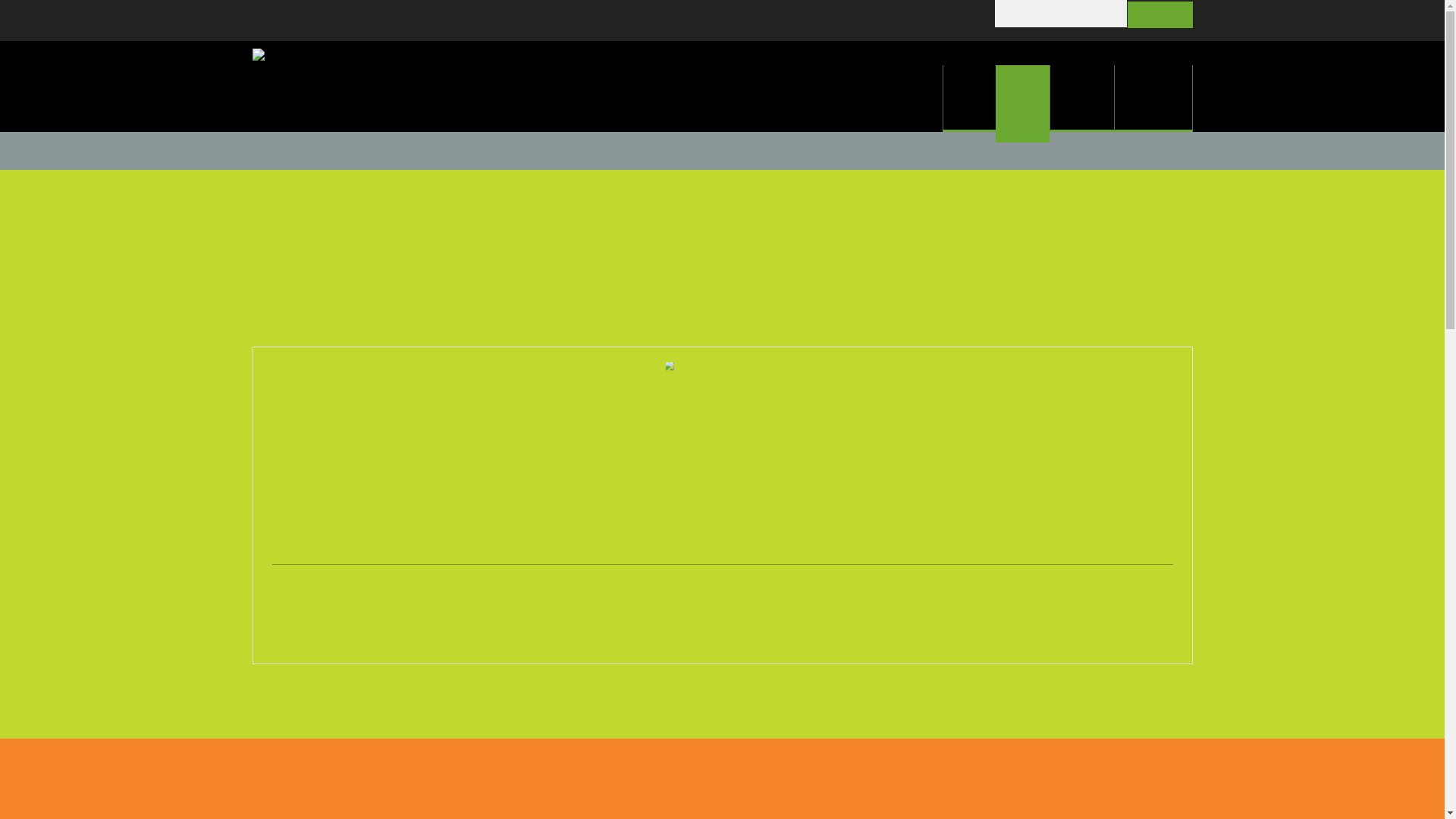  Describe the element at coordinates (334, 63) in the screenshot. I see `'Go to site home page'` at that location.